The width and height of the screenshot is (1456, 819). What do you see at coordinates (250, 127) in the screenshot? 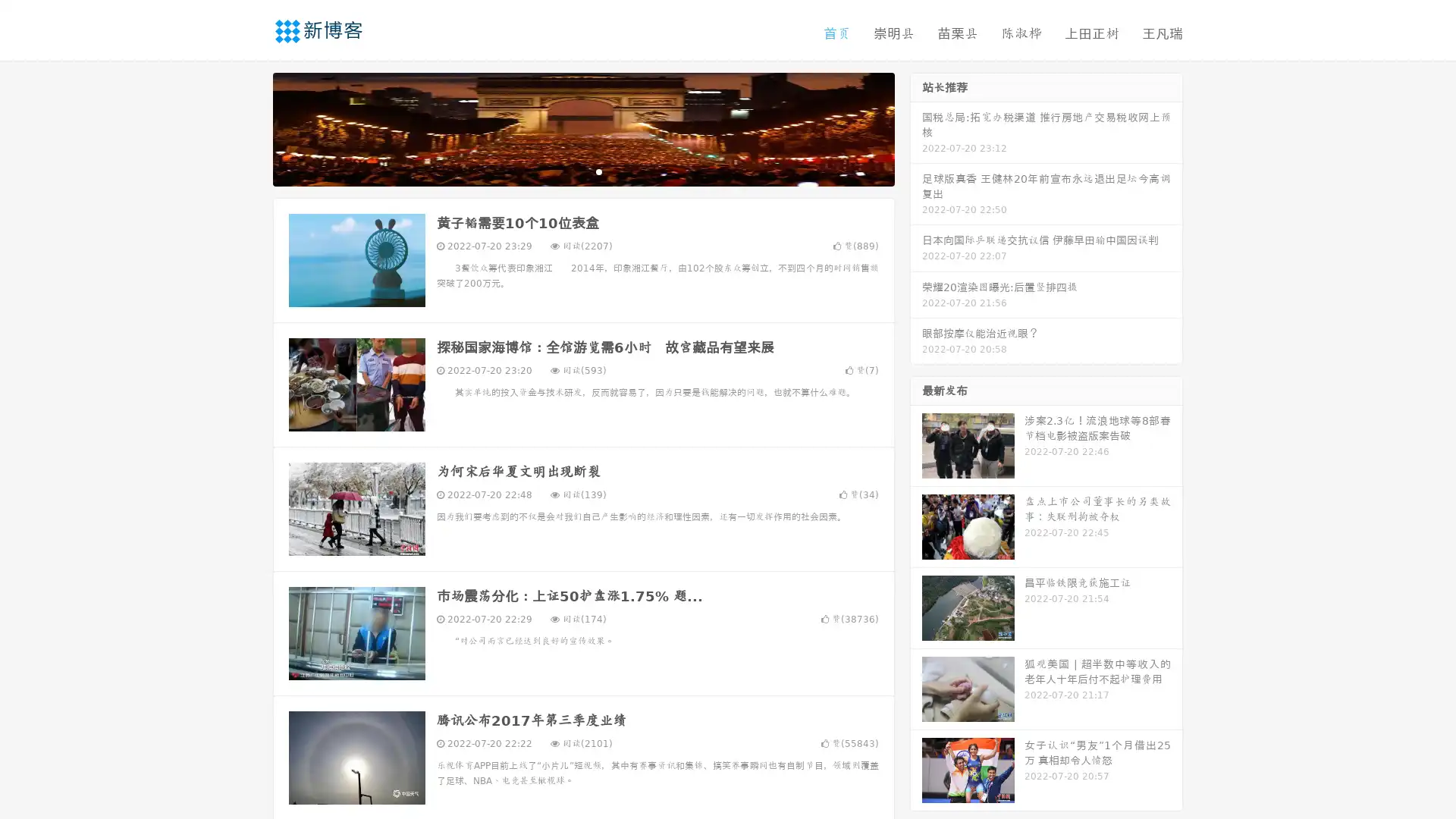
I see `Previous slide` at bounding box center [250, 127].